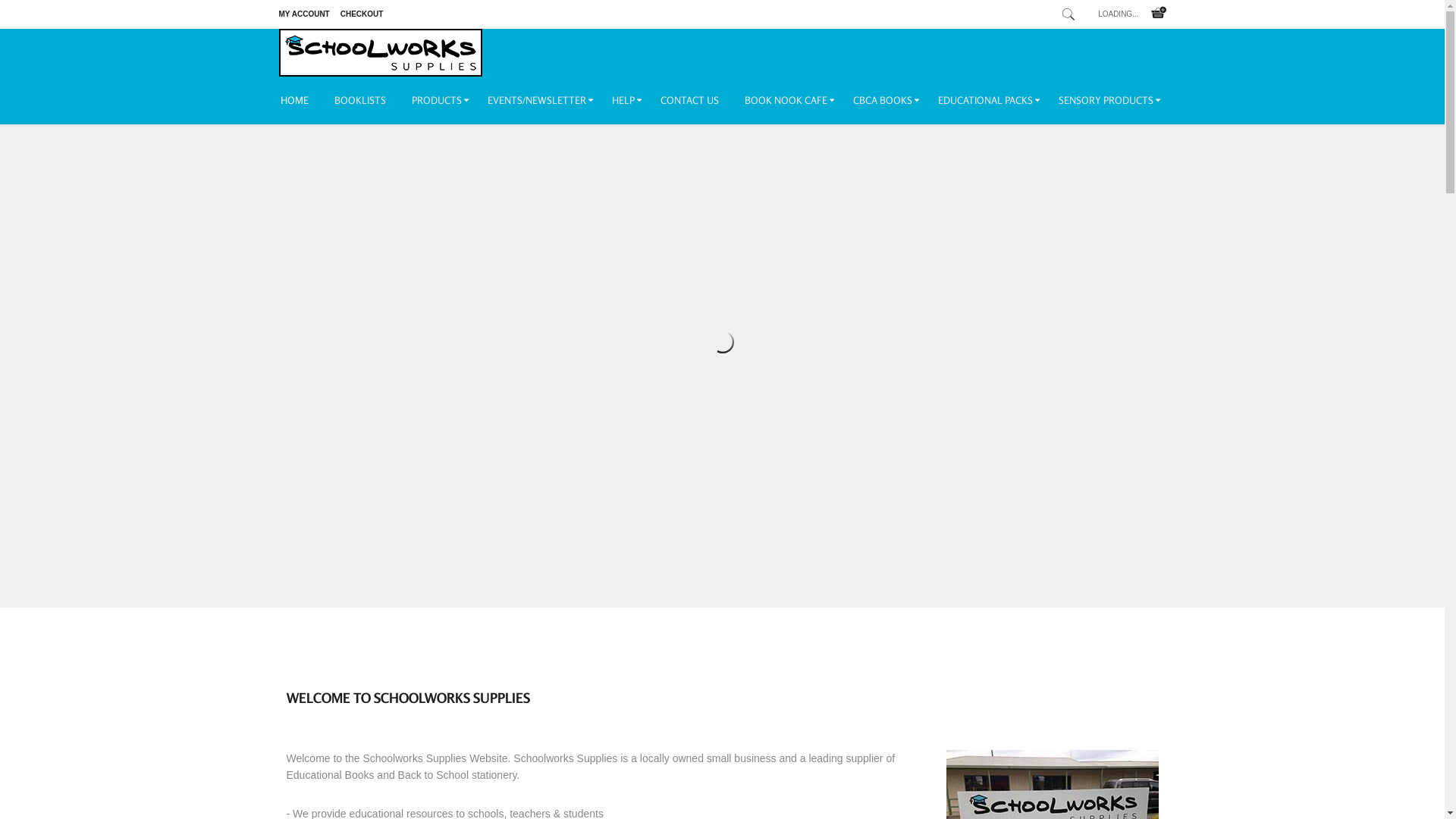  I want to click on 'HOME', so click(301, 100).